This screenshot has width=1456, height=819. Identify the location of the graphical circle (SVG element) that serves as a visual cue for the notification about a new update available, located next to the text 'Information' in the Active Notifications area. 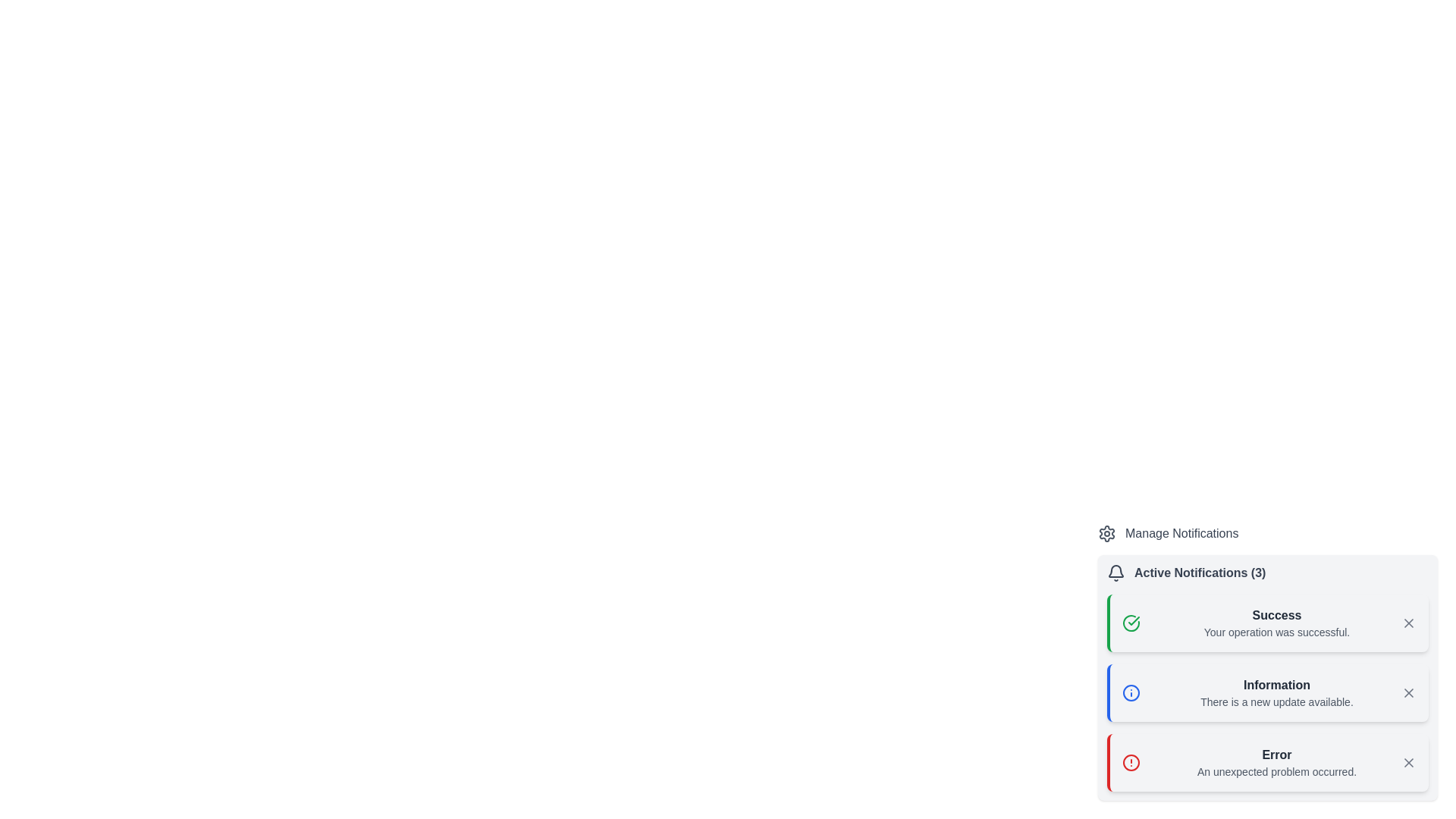
(1131, 693).